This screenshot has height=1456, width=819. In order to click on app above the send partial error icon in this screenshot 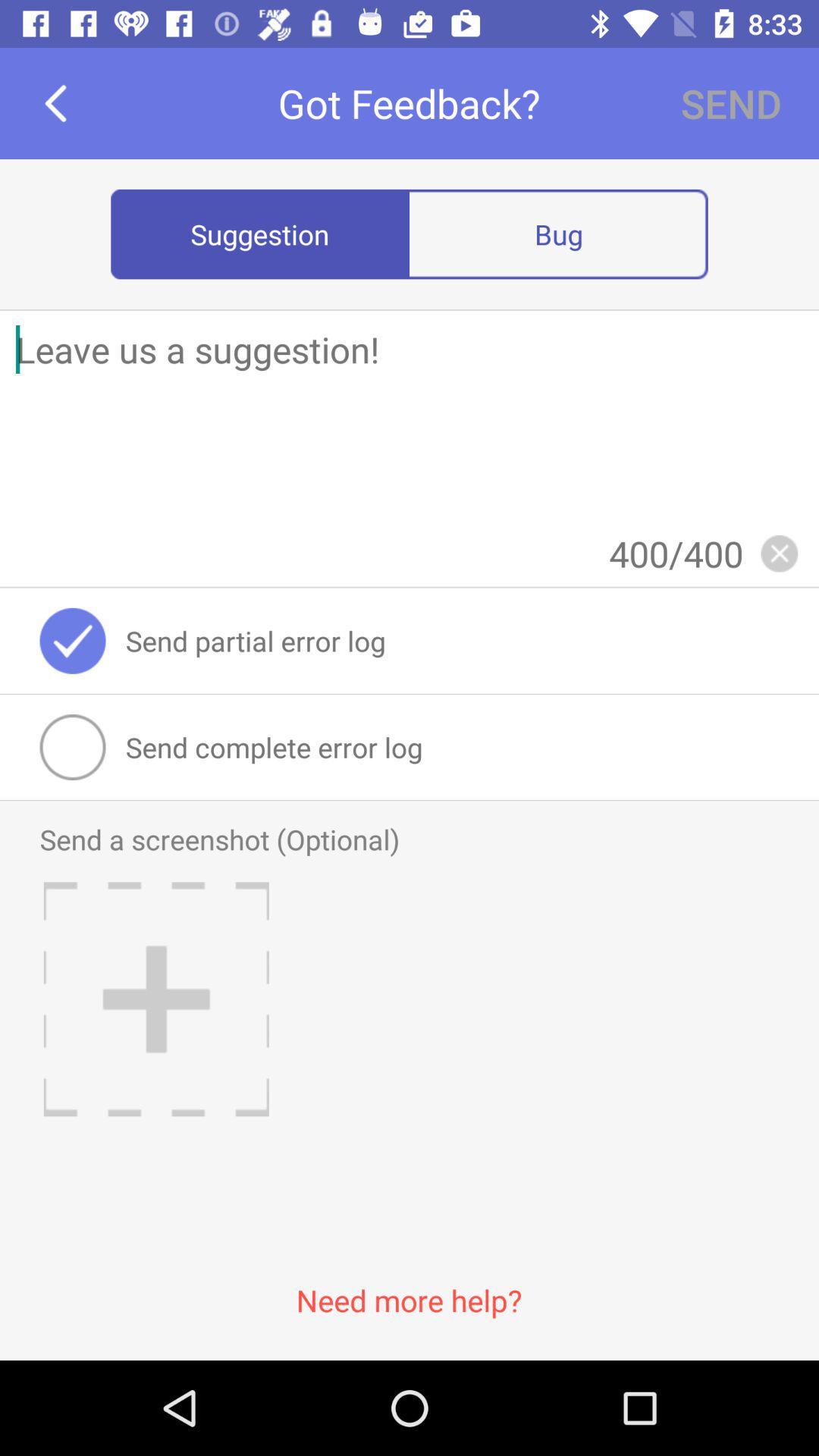, I will do `click(779, 552)`.